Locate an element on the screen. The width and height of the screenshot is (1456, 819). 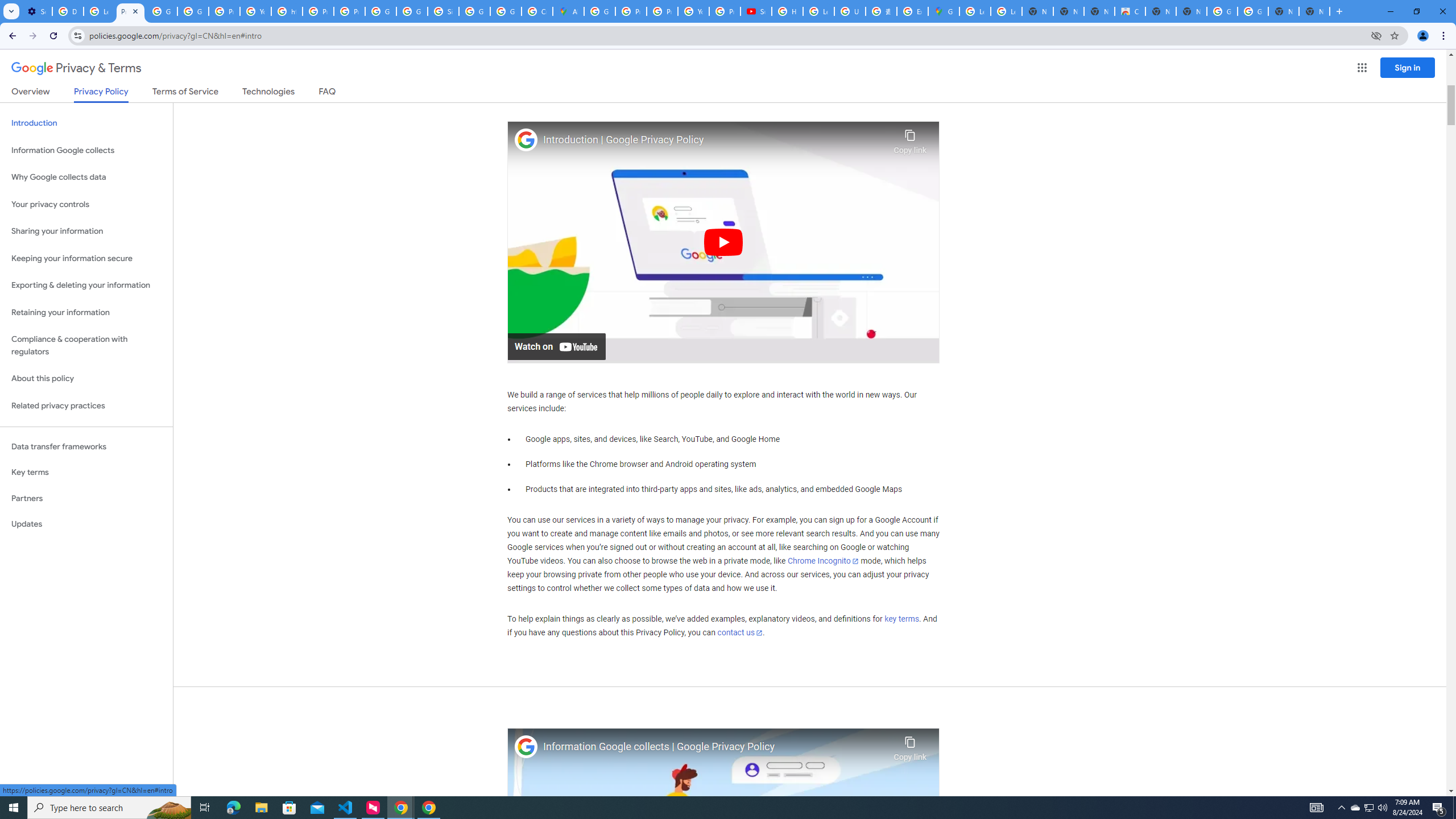
'Forward' is located at coordinates (32, 35).